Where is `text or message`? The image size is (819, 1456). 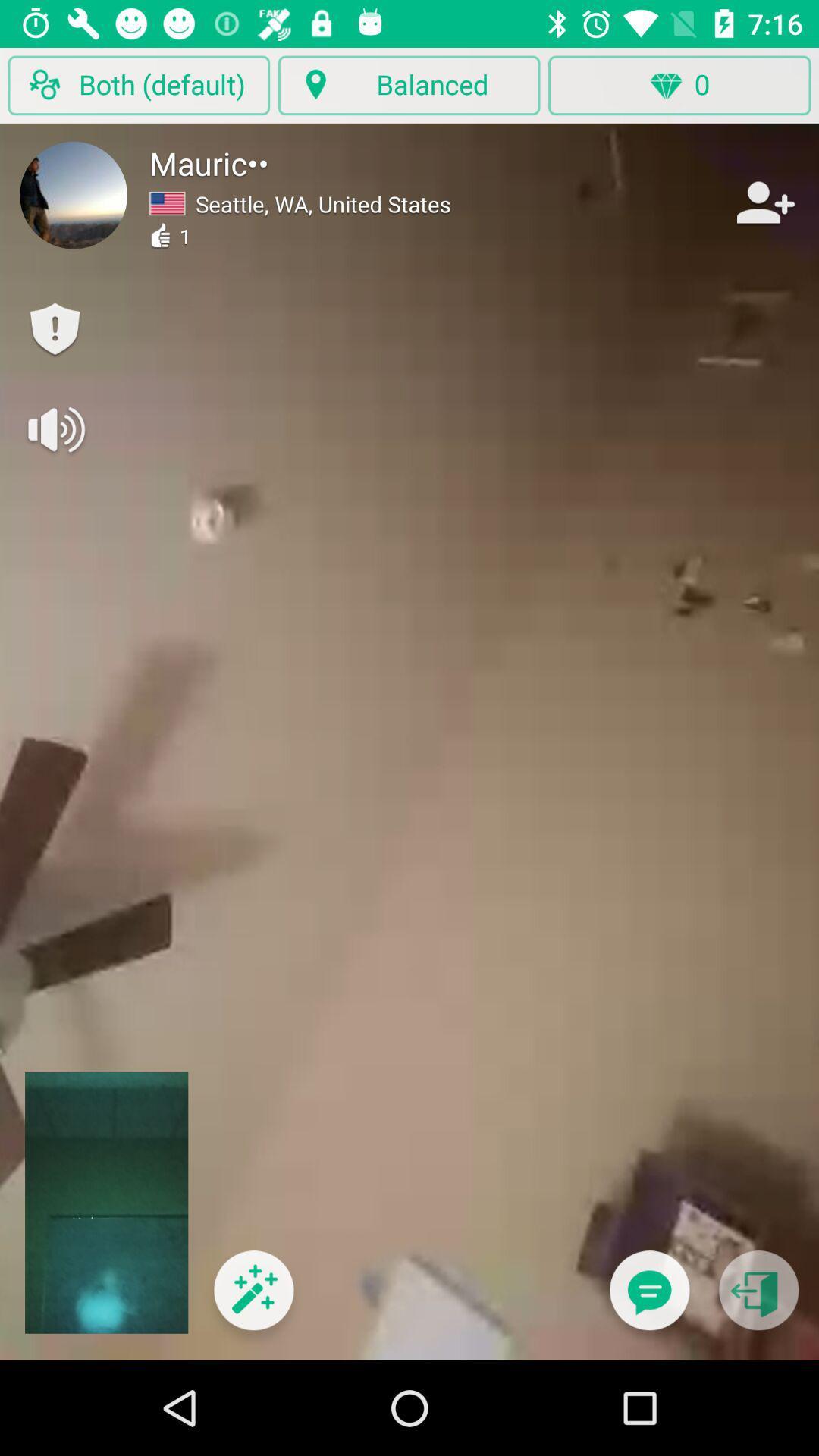
text or message is located at coordinates (648, 1299).